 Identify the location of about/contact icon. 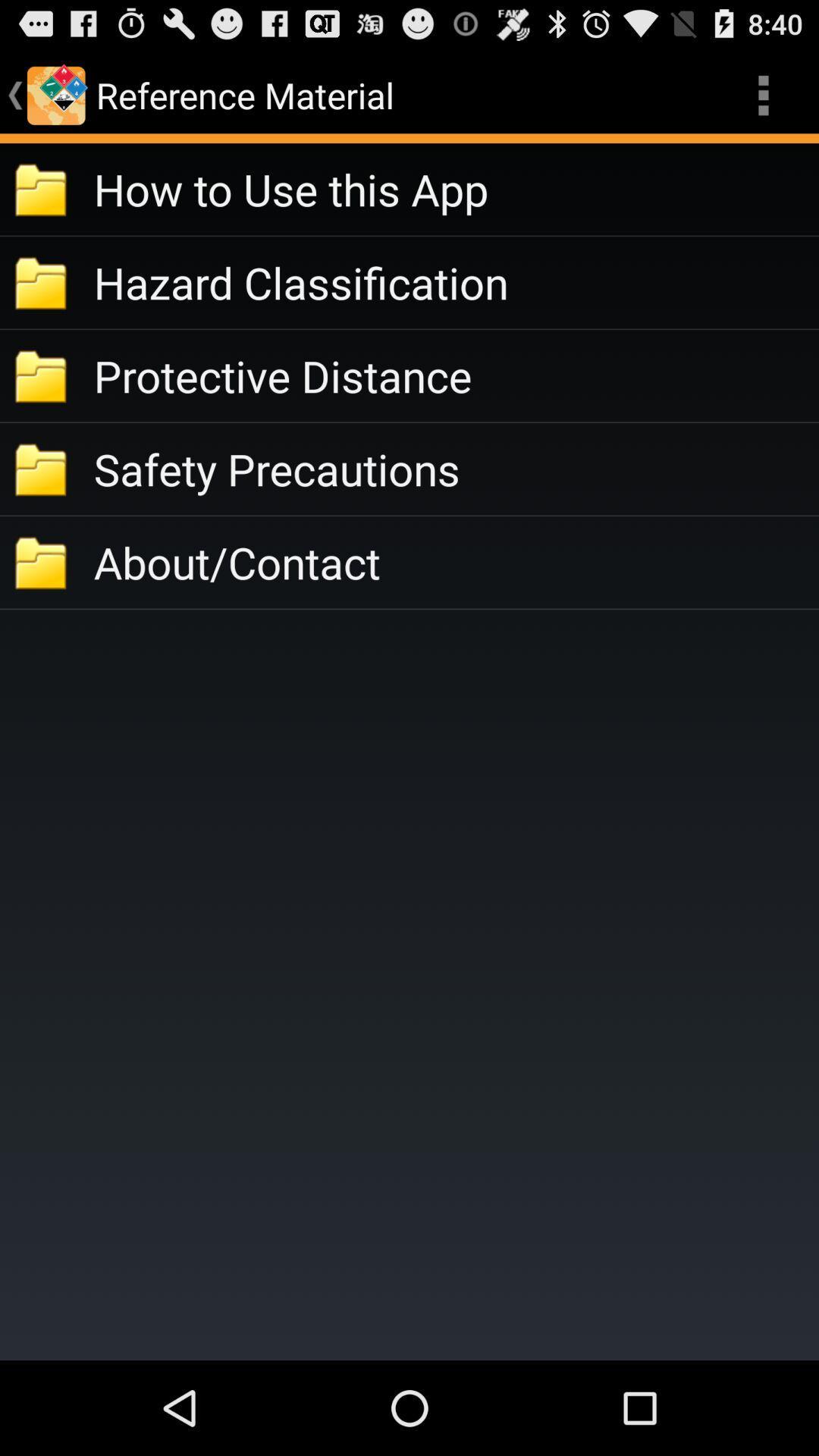
(455, 561).